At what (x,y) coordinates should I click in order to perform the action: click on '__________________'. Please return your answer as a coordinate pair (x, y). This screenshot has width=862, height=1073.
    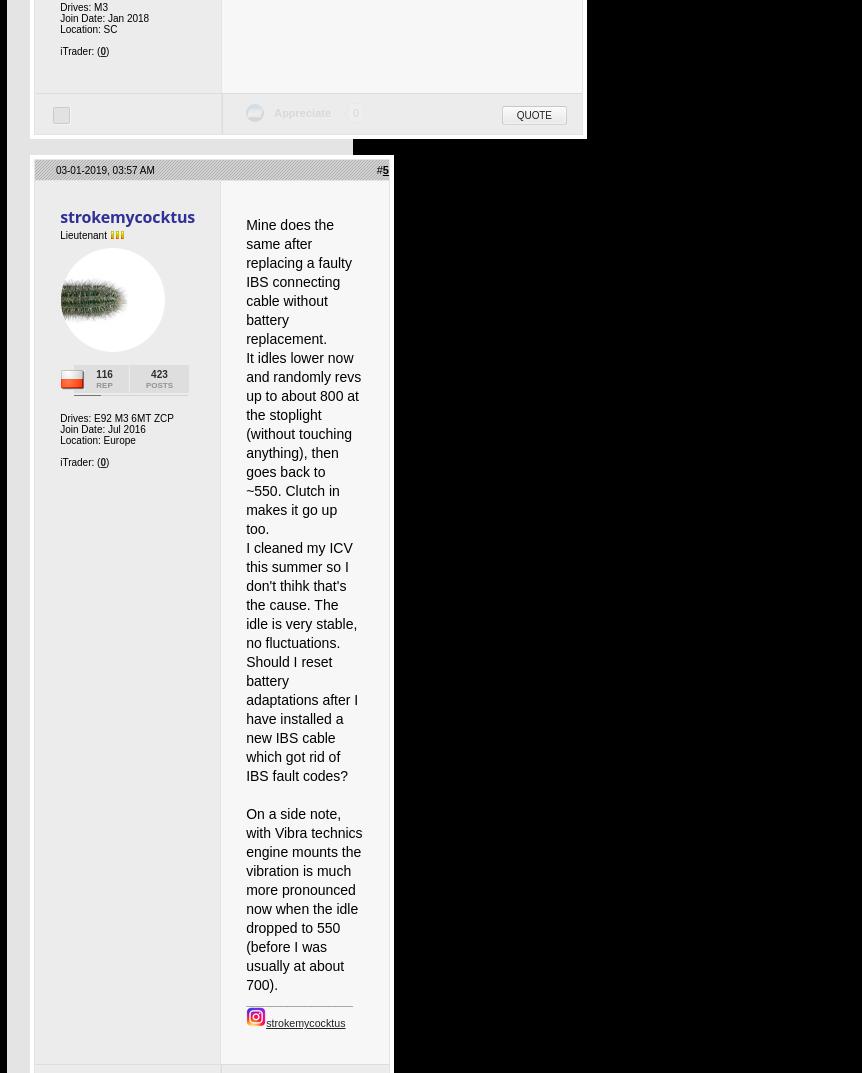
    Looking at the image, I should click on (245, 1000).